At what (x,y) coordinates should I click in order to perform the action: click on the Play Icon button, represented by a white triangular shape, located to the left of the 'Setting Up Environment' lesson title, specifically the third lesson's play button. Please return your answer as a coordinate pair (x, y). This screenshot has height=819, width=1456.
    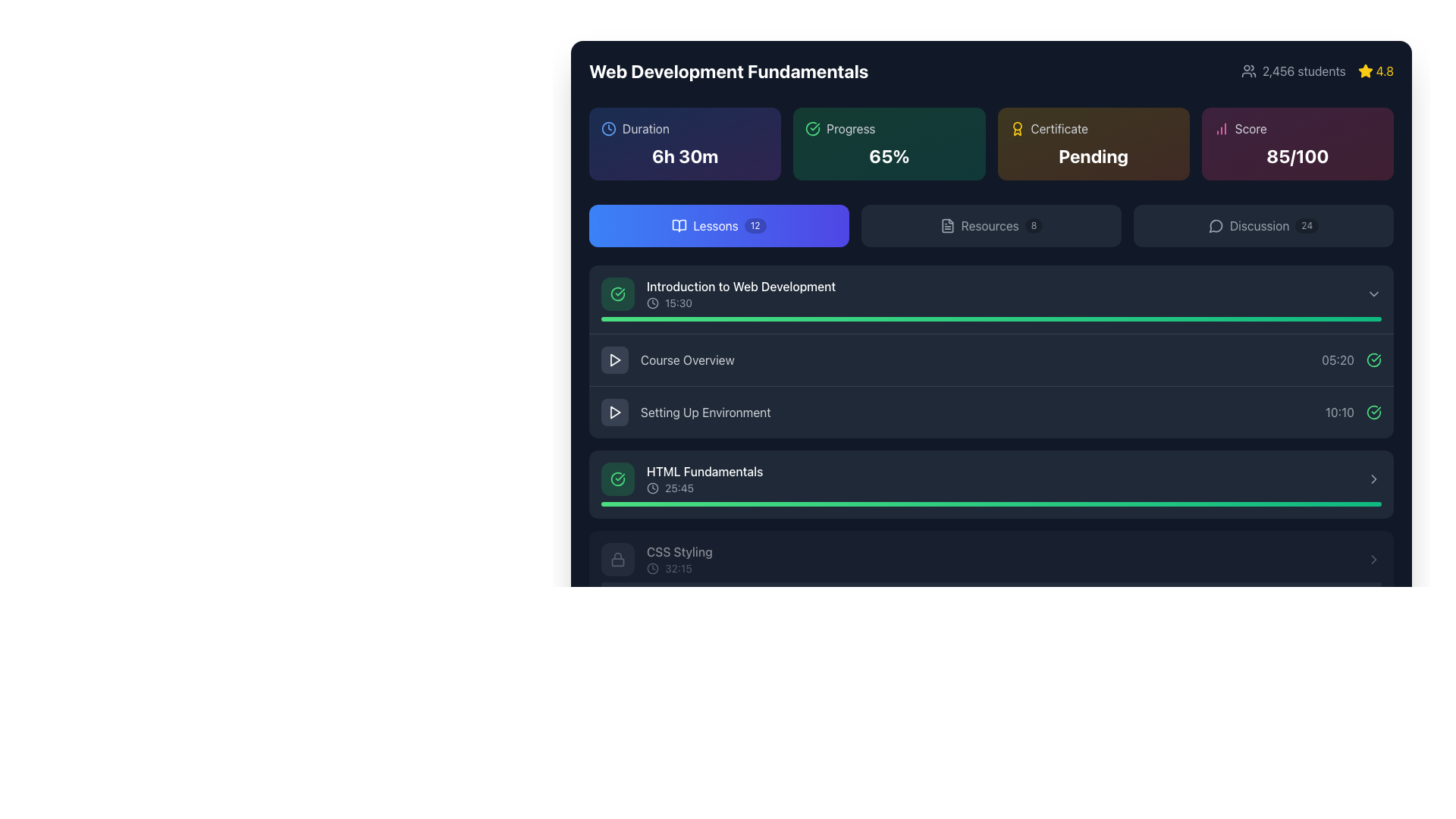
    Looking at the image, I should click on (615, 412).